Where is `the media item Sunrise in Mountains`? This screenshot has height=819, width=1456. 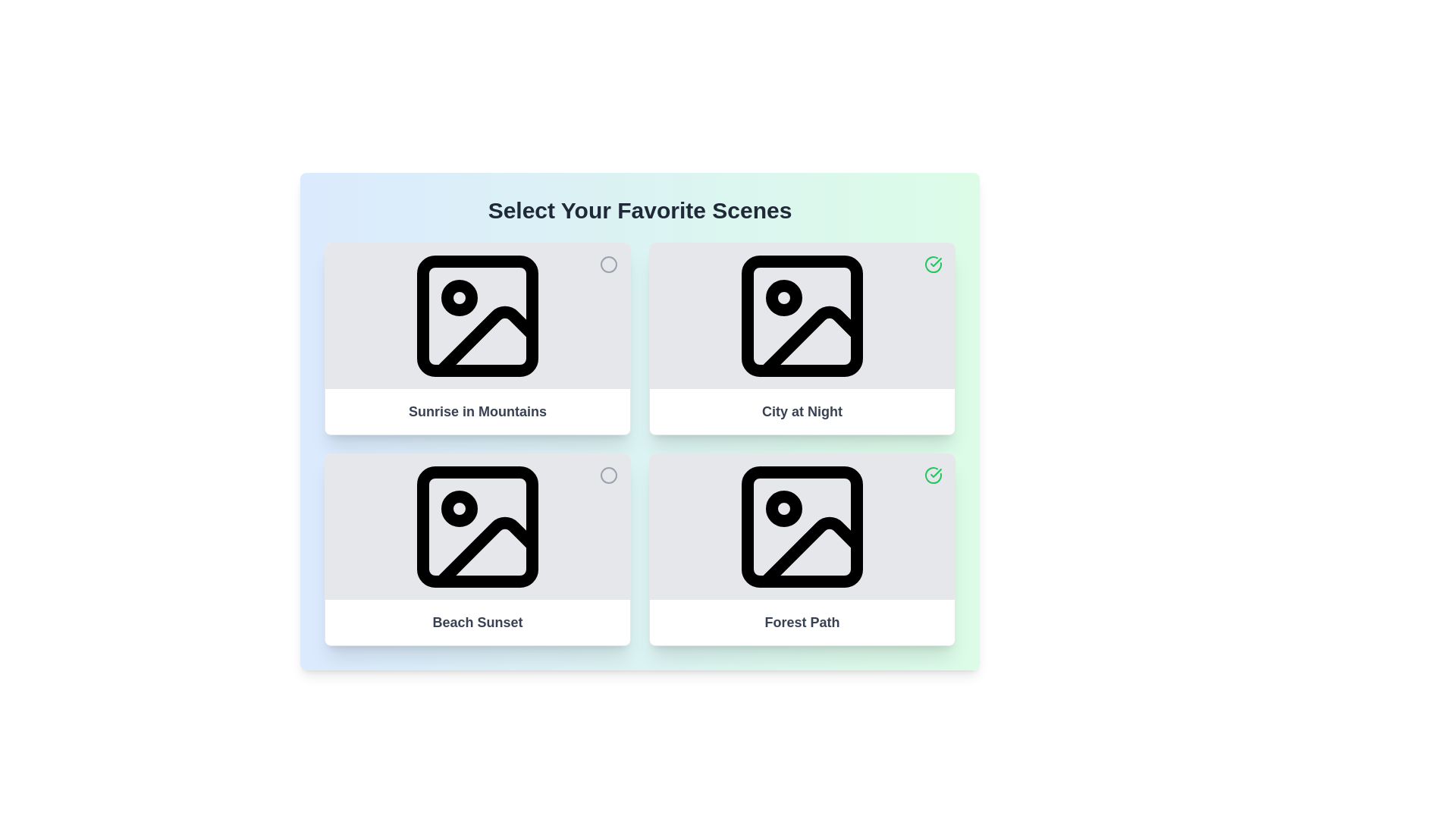 the media item Sunrise in Mountains is located at coordinates (608, 263).